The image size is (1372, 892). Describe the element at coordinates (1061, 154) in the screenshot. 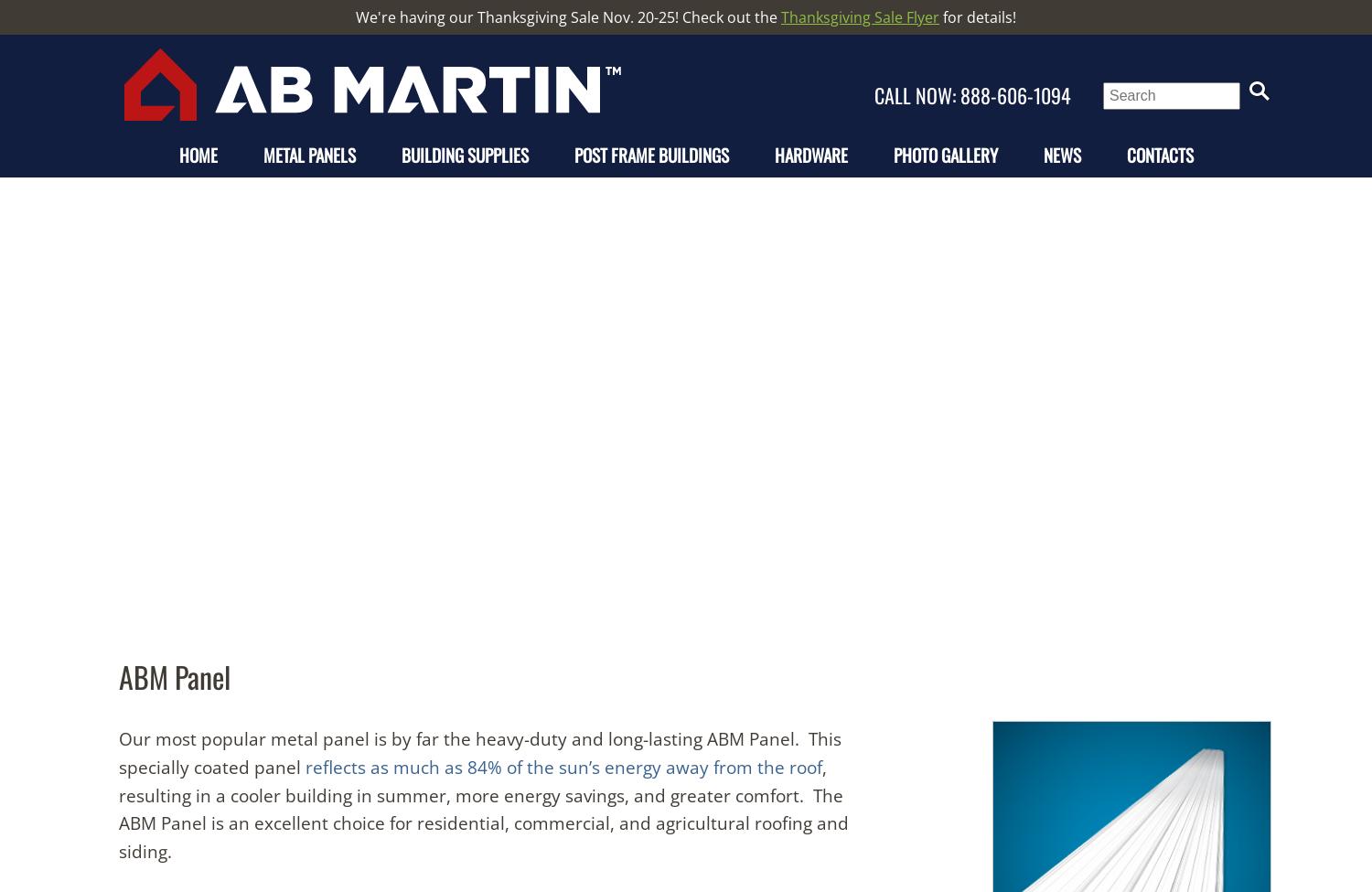

I see `'News'` at that location.